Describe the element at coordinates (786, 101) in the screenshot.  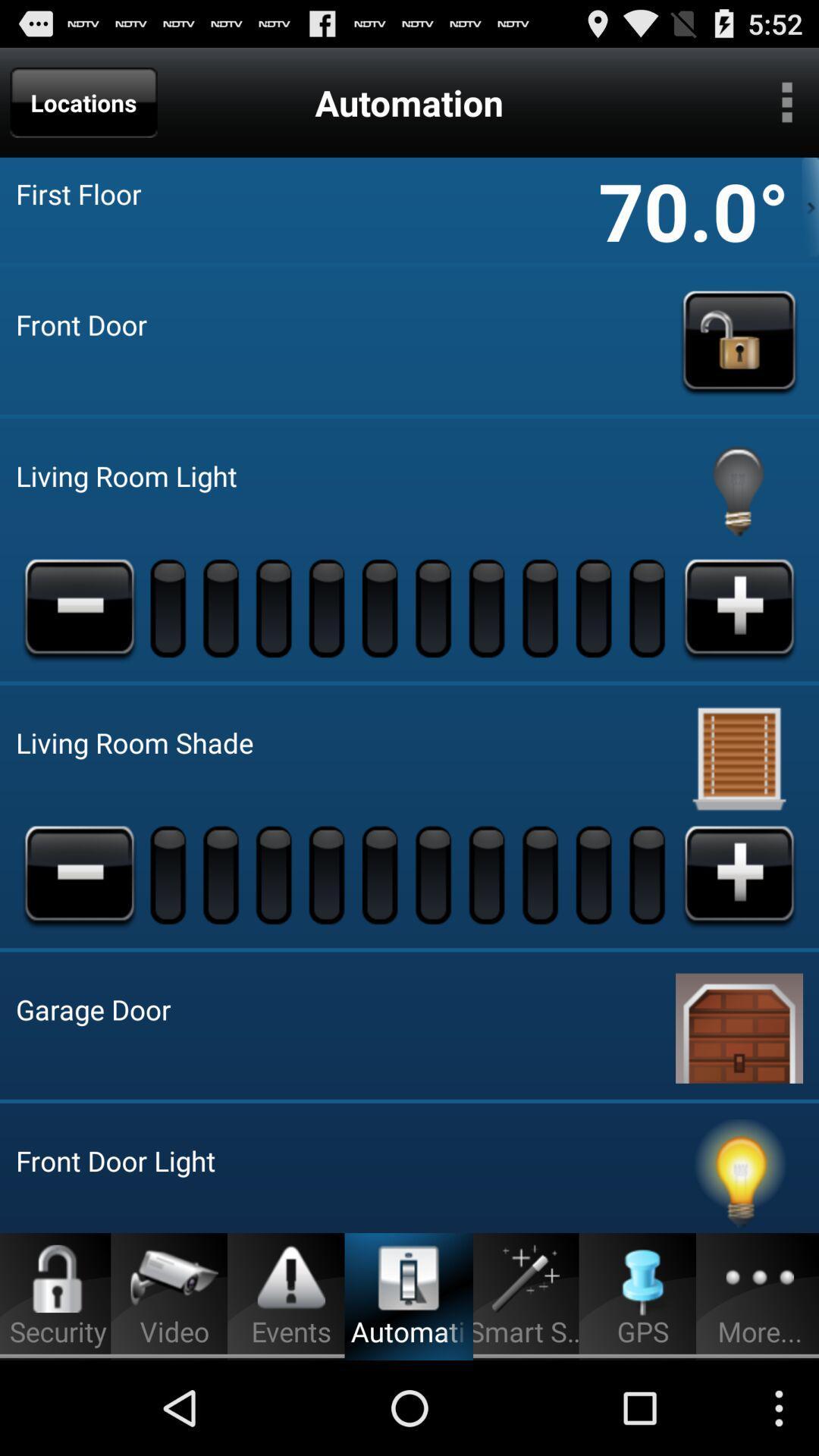
I see `more` at that location.